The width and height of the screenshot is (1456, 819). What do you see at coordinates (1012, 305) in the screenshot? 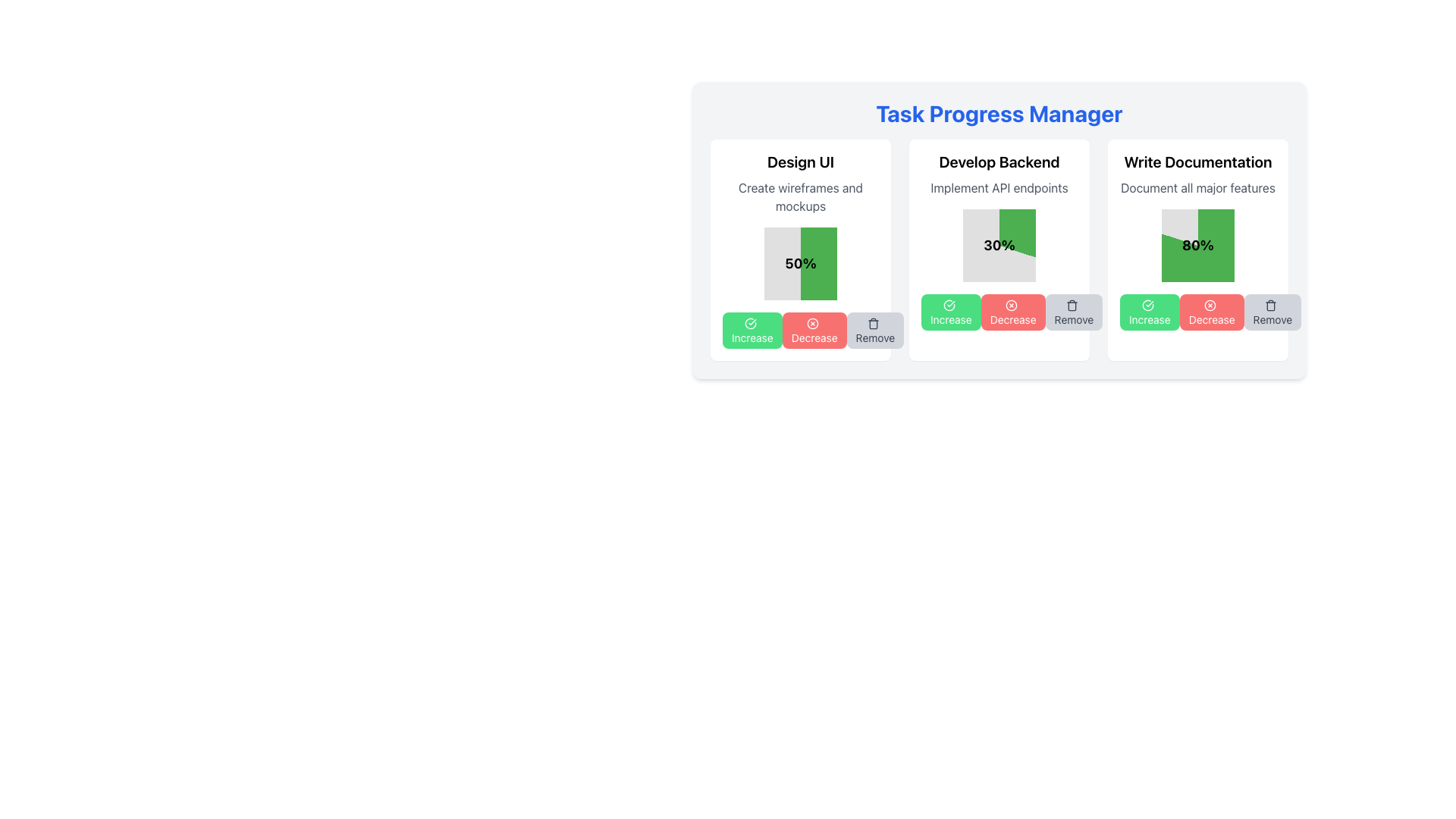
I see `the central circular part of the 'Decrease' button, which is located below the 'Develop Backend' progress section` at bounding box center [1012, 305].